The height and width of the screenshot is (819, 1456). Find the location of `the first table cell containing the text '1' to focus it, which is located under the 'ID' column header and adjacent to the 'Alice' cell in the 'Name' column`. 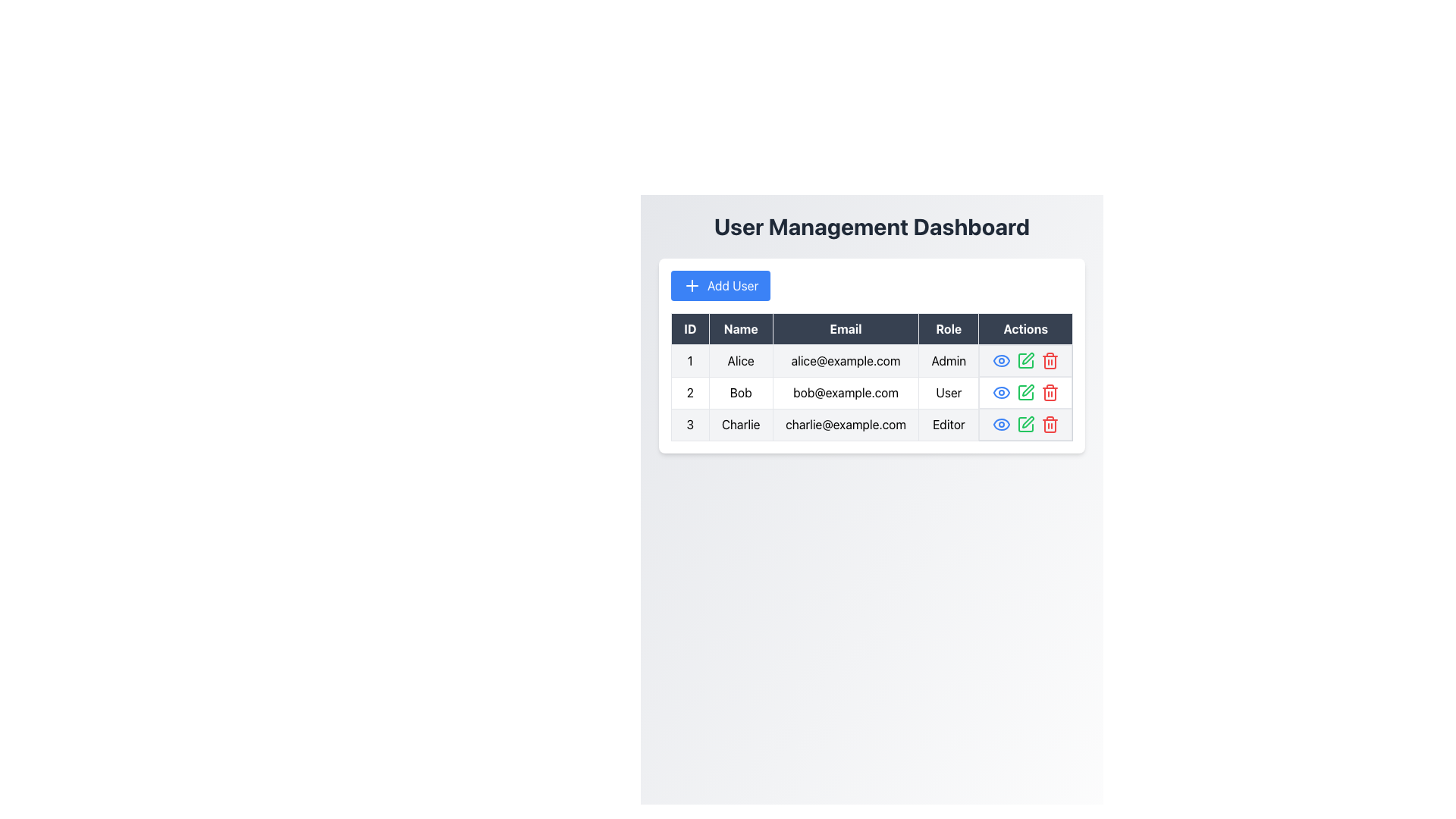

the first table cell containing the text '1' to focus it, which is located under the 'ID' column header and adjacent to the 'Alice' cell in the 'Name' column is located at coordinates (689, 360).